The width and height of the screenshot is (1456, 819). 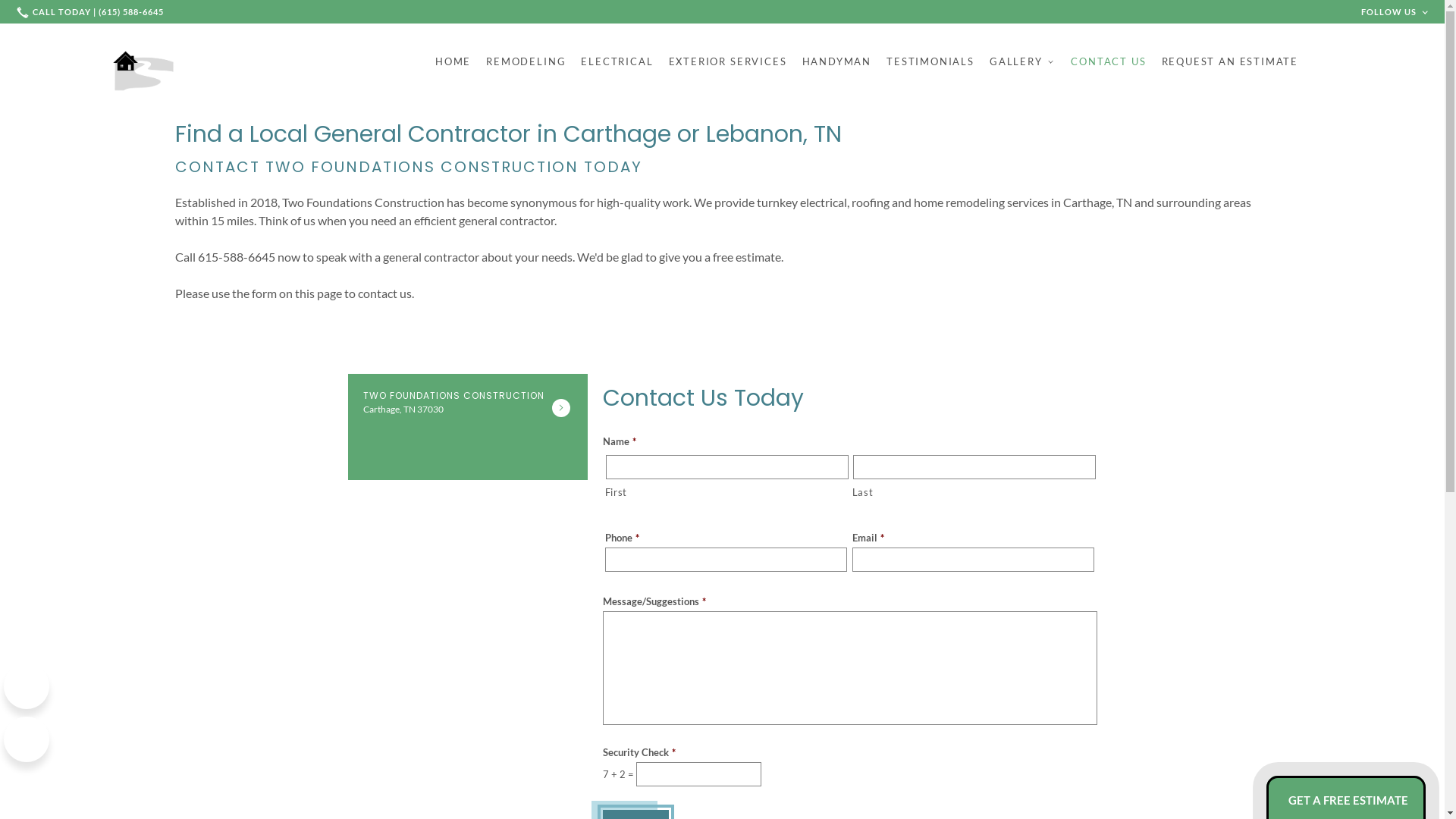 What do you see at coordinates (1346, 800) in the screenshot?
I see `'  GET A FREE ESTIMATE'` at bounding box center [1346, 800].